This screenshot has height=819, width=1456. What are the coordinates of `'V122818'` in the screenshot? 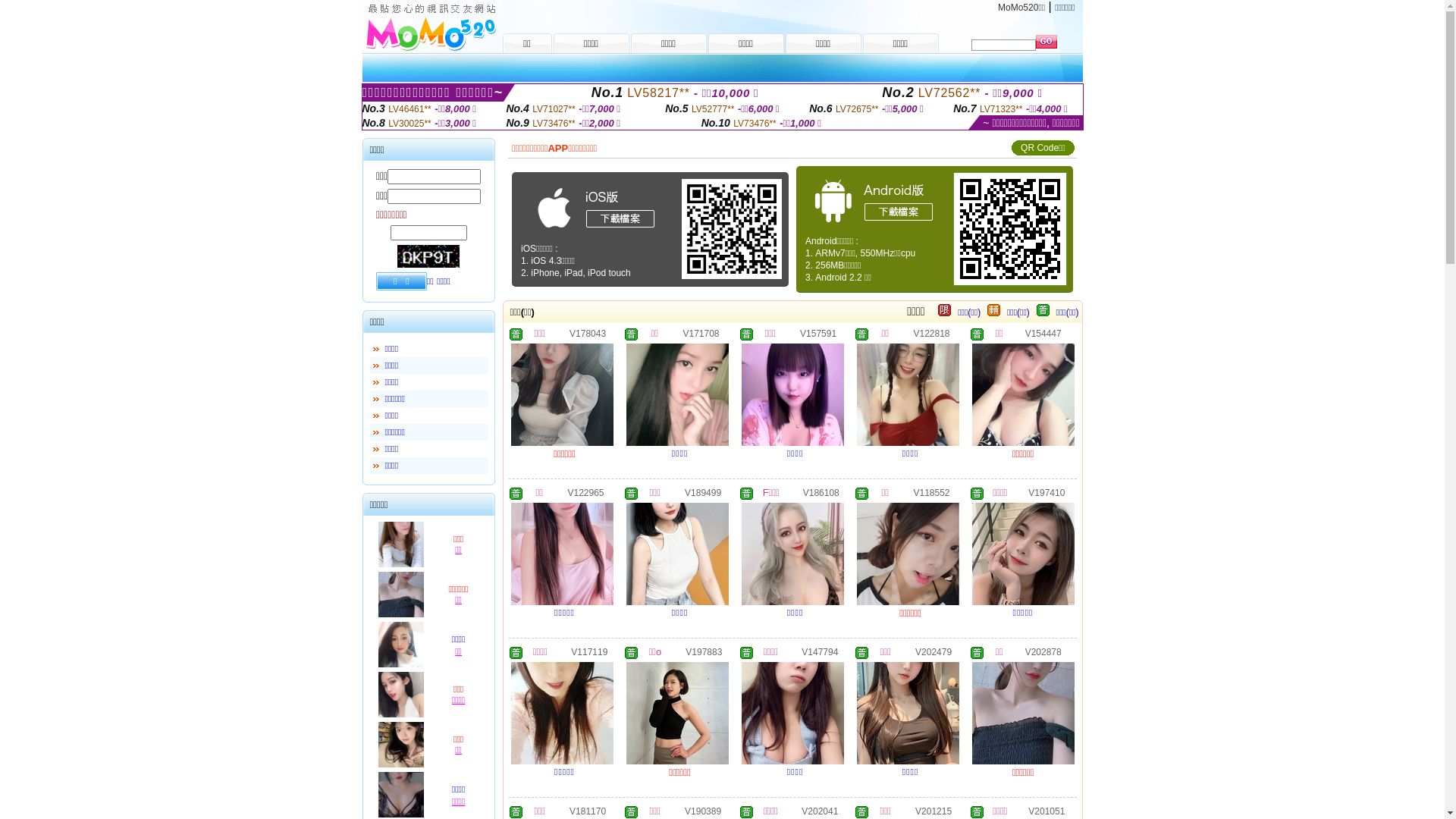 It's located at (930, 332).